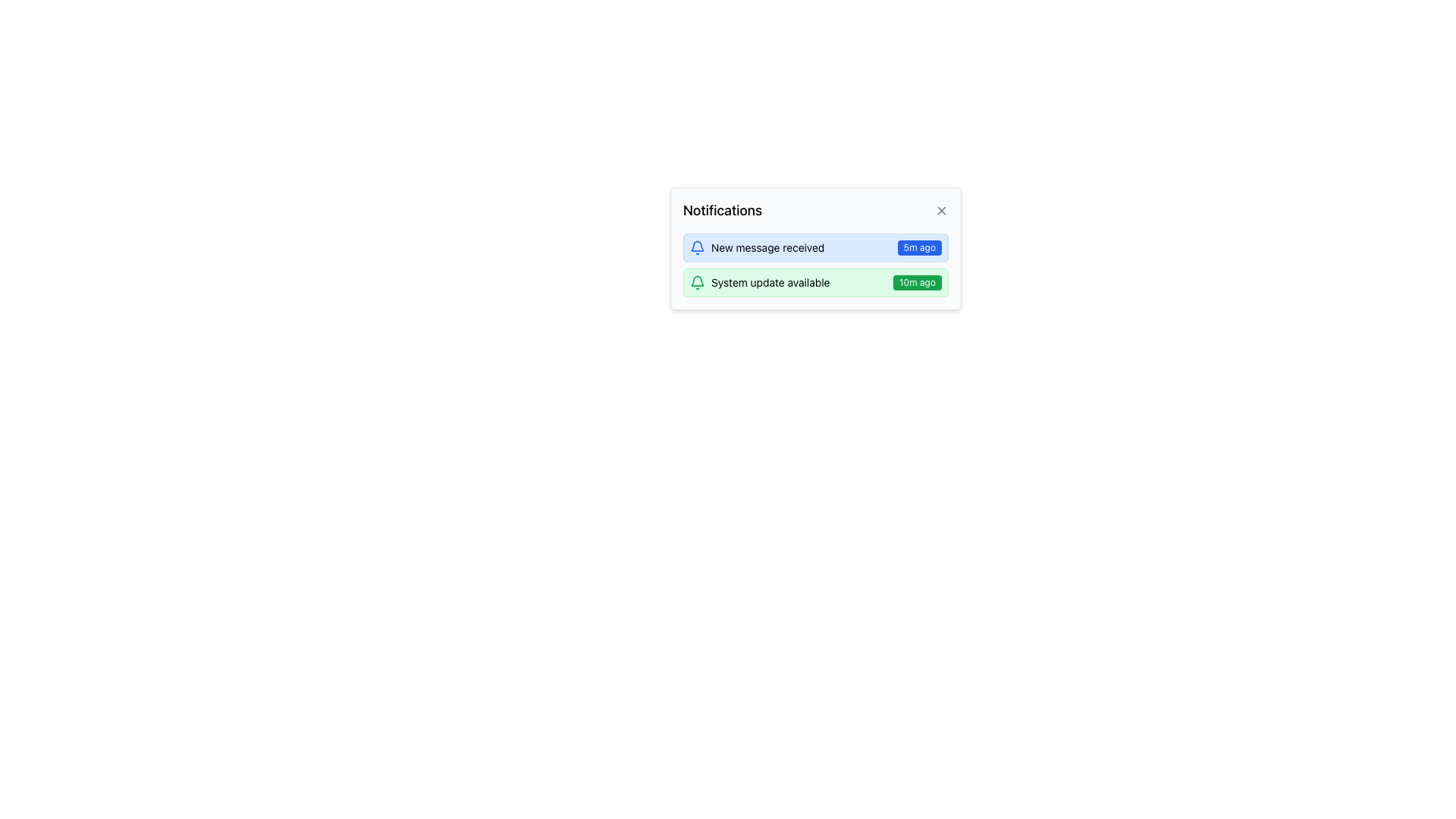 This screenshot has width=1456, height=819. I want to click on the top notification entry with a blue background that shows 'New message received' and a timestamp '5m ago', so click(814, 247).